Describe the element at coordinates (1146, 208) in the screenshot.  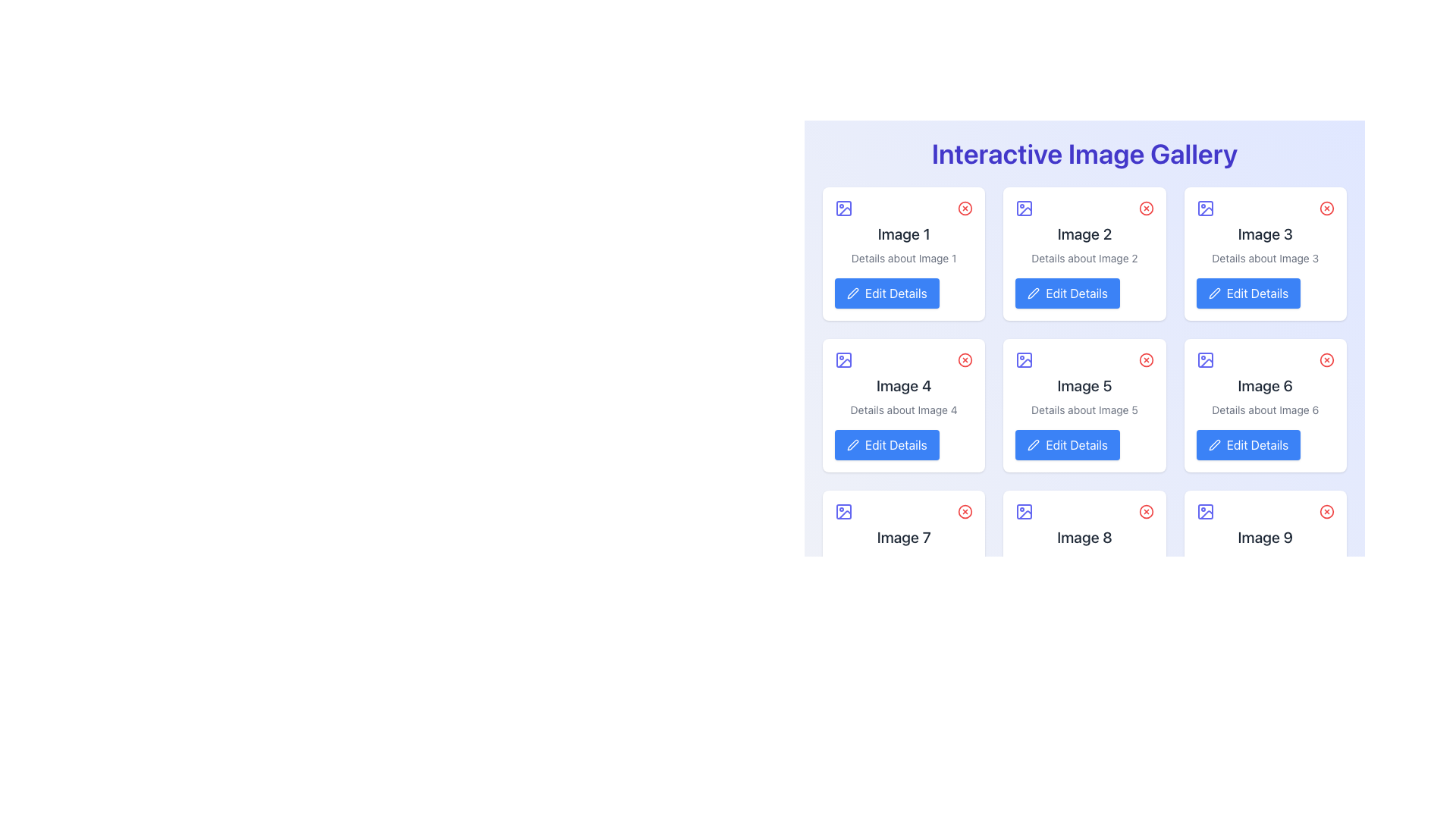
I see `the SVG circle graphical element located in the top-right corner of the second image panel, which serves as a visual indication for a close or delete function` at that location.